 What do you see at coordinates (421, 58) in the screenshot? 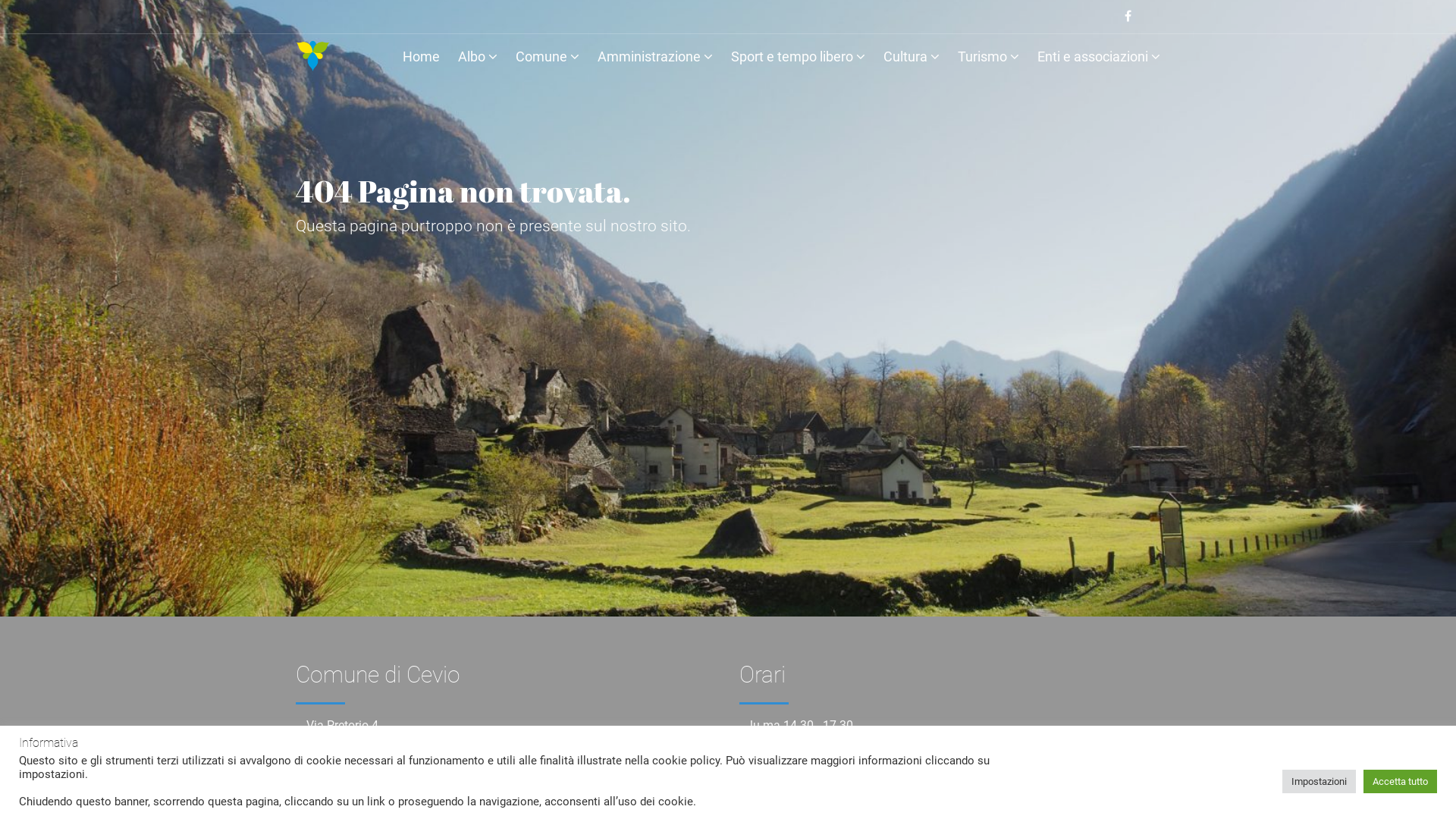
I see `'Home'` at bounding box center [421, 58].